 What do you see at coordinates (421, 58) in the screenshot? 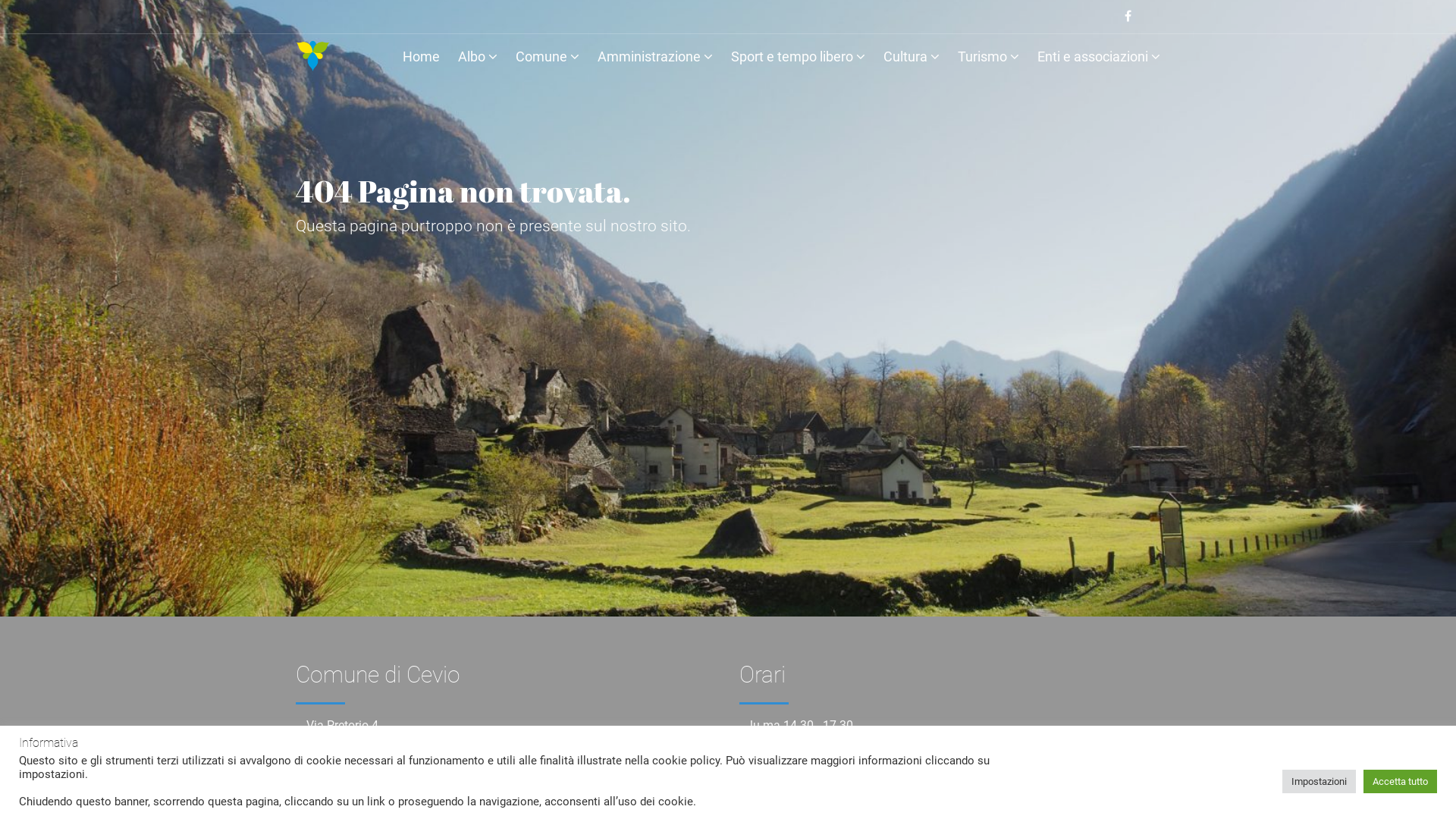
I see `'Home'` at bounding box center [421, 58].